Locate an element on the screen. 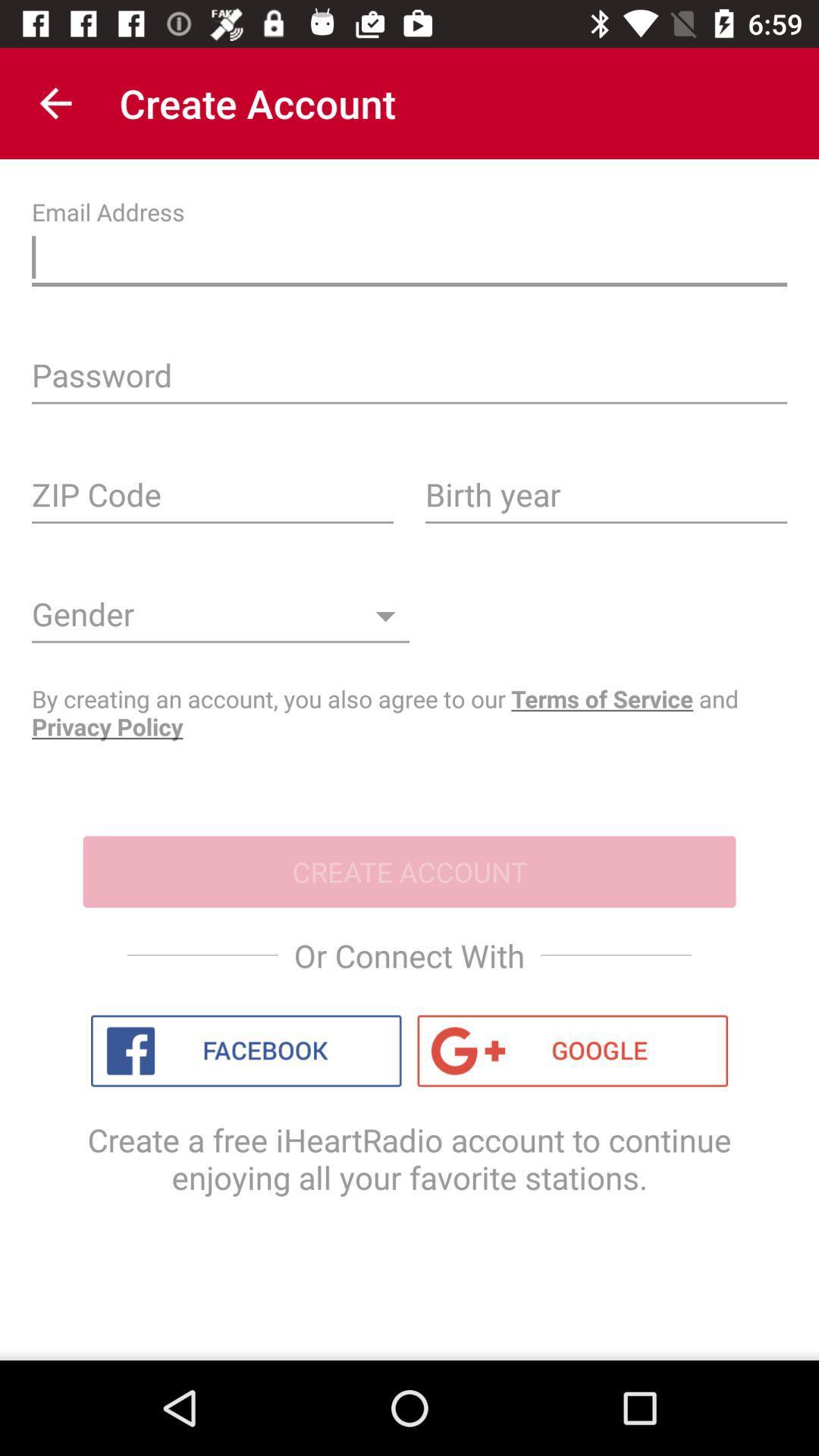 This screenshot has height=1456, width=819. email is located at coordinates (409, 261).